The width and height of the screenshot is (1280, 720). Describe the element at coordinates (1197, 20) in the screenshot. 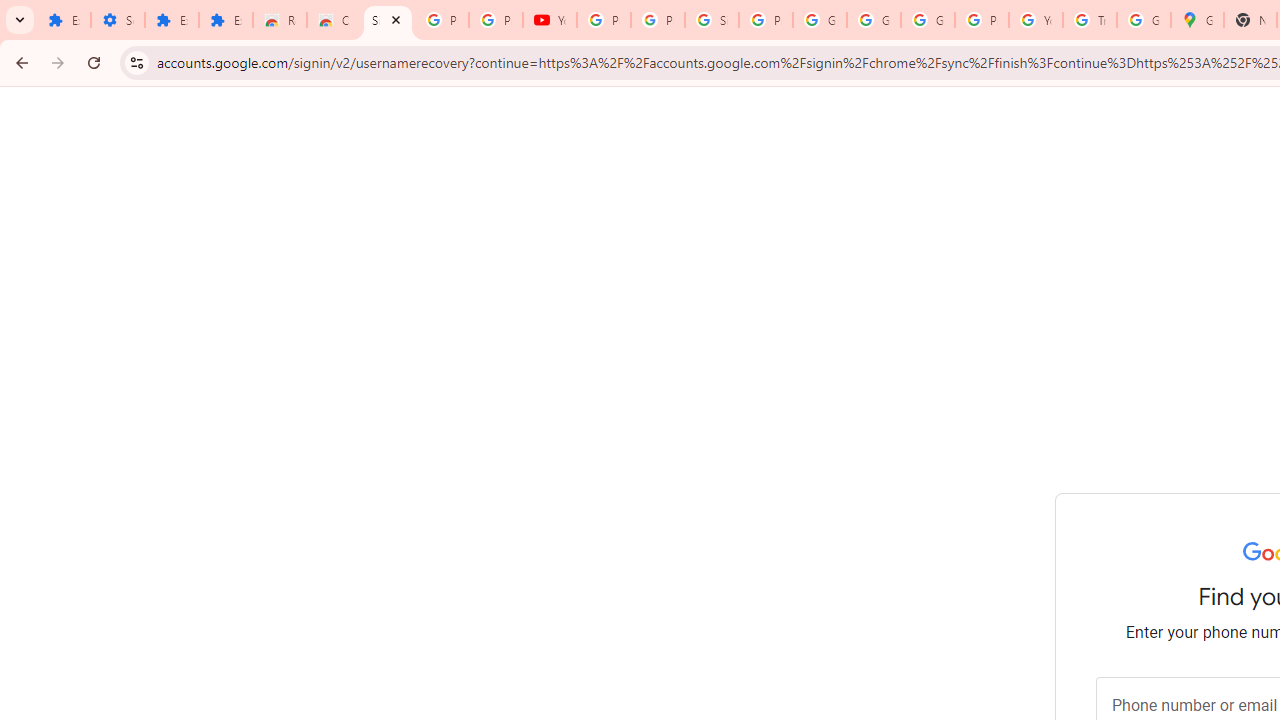

I see `'Google Maps'` at that location.